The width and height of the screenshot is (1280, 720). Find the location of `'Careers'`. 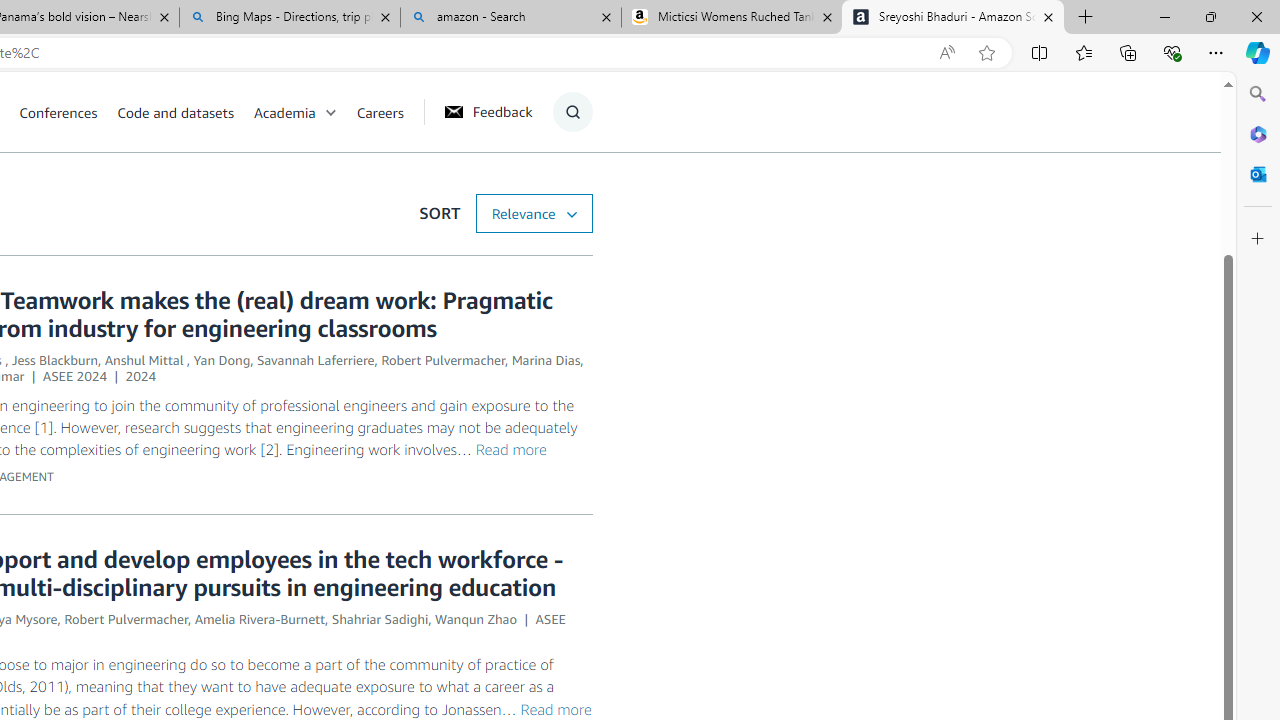

'Careers' is located at coordinates (380, 111).